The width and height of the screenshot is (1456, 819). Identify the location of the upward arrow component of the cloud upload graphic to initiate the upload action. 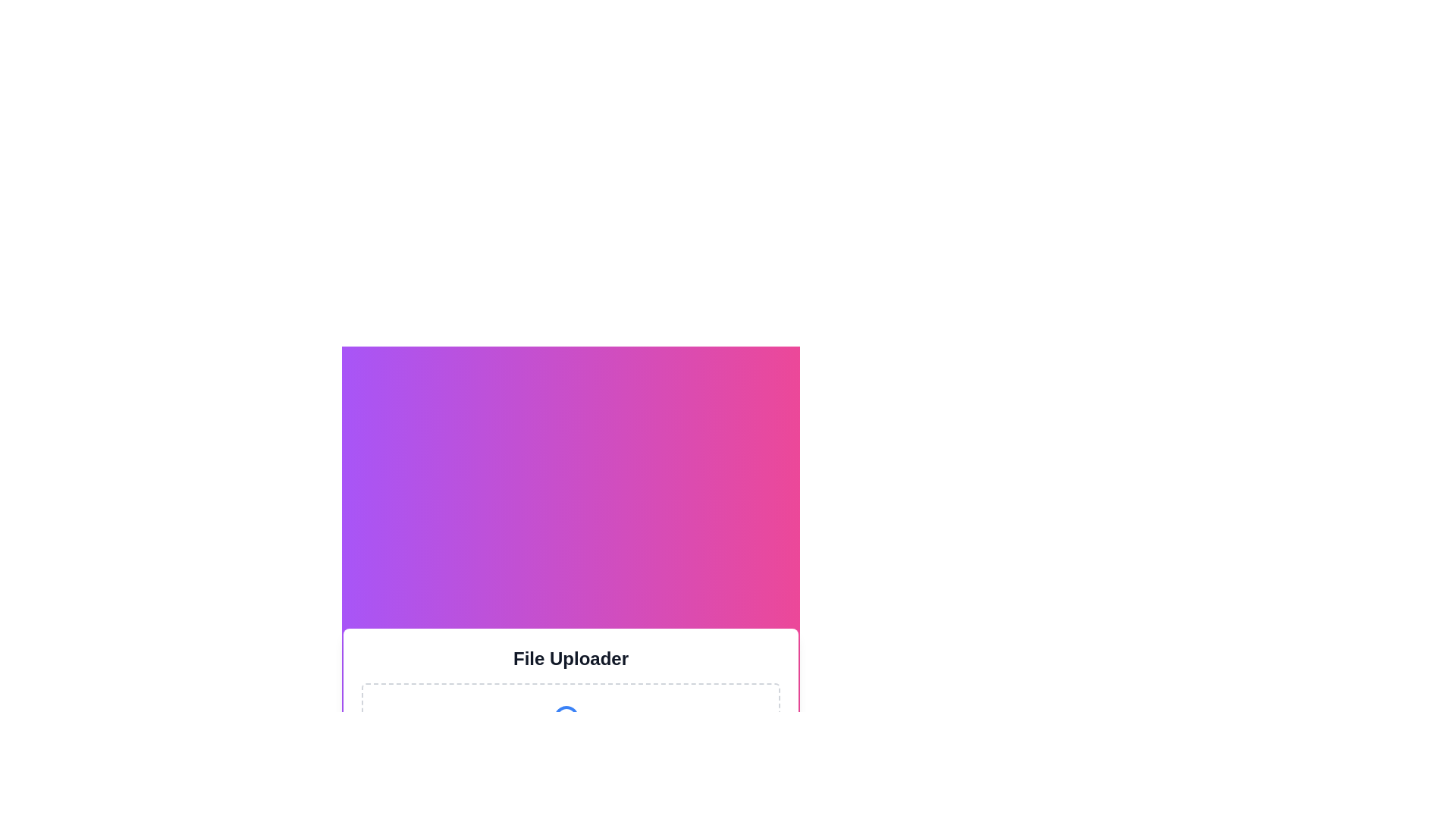
(570, 724).